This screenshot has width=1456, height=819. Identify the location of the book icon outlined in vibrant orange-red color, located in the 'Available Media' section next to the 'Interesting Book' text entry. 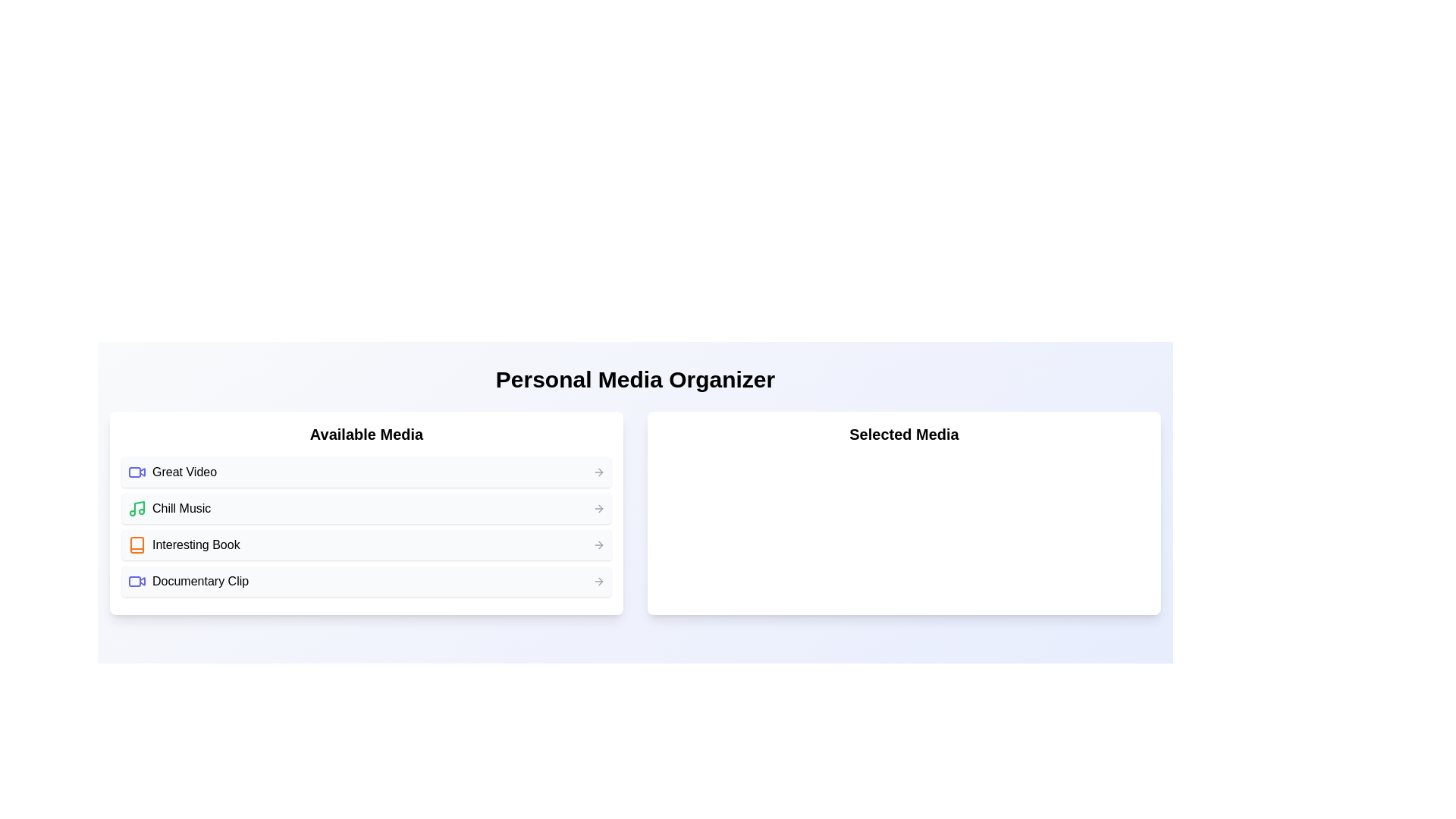
(137, 544).